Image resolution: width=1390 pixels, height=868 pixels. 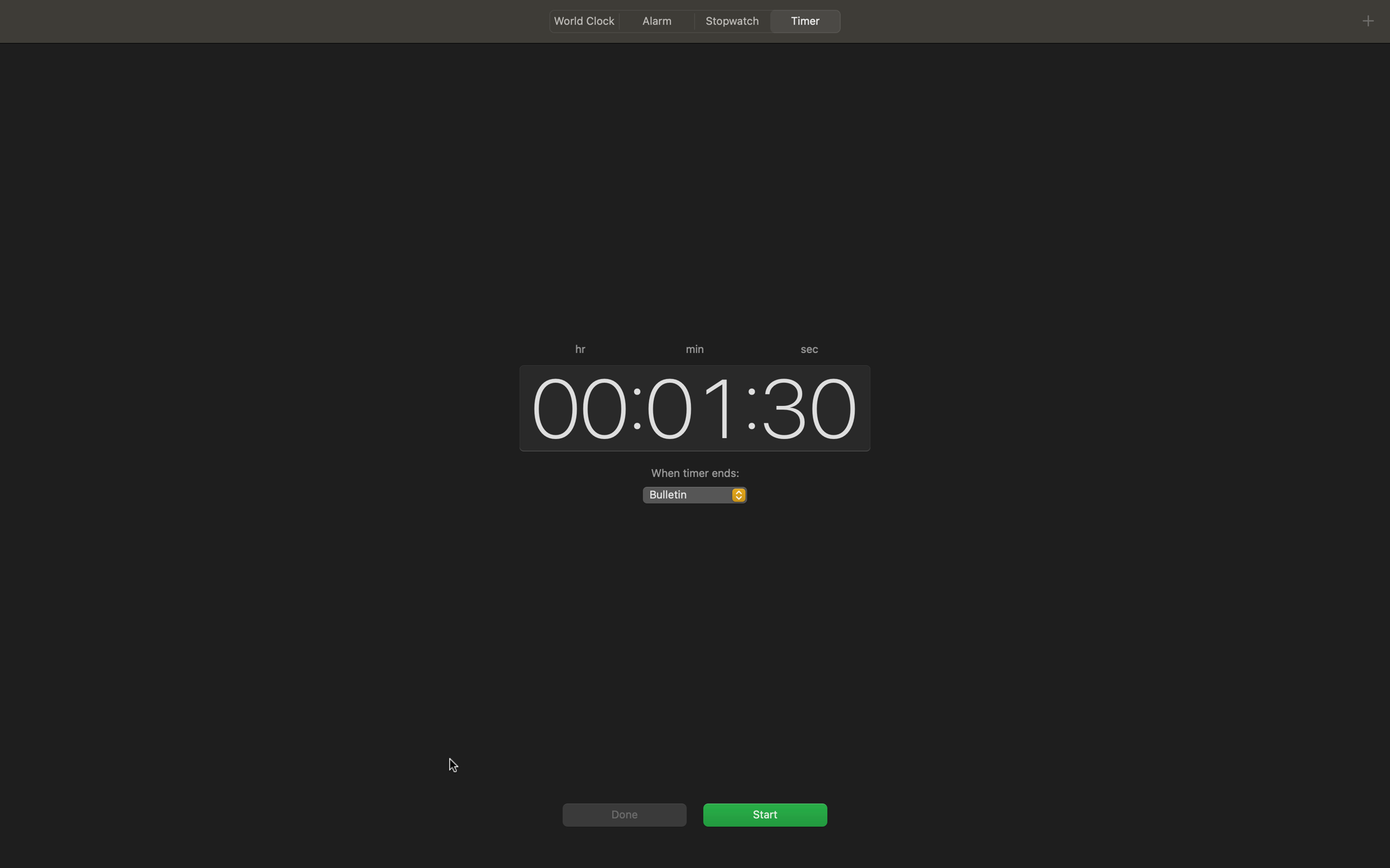 What do you see at coordinates (810, 405) in the screenshot?
I see `Increase seconds by 10` at bounding box center [810, 405].